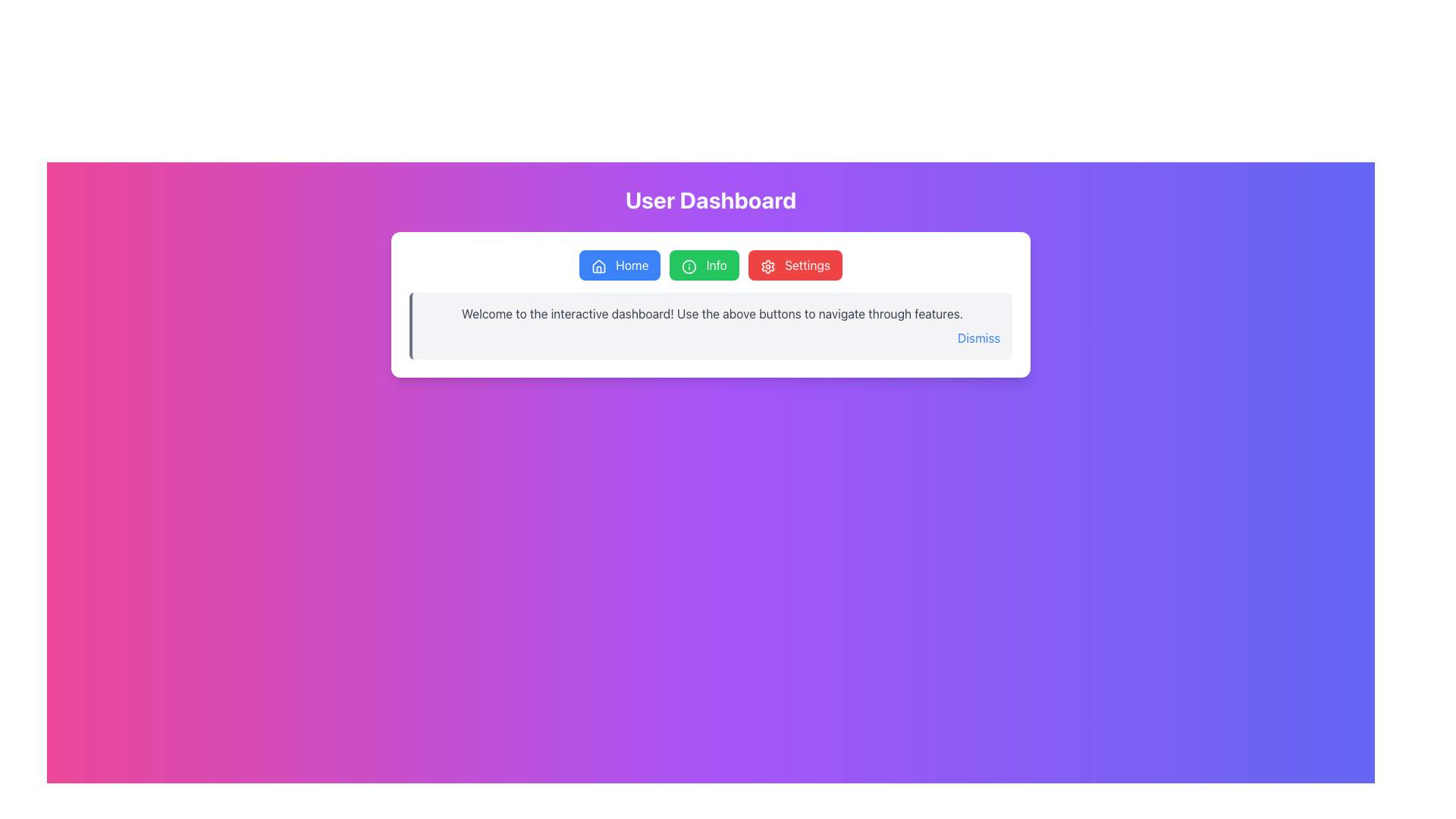 Image resolution: width=1456 pixels, height=819 pixels. What do you see at coordinates (767, 265) in the screenshot?
I see `the Settings icon located centrally inside the red button labeled 'Settings'` at bounding box center [767, 265].